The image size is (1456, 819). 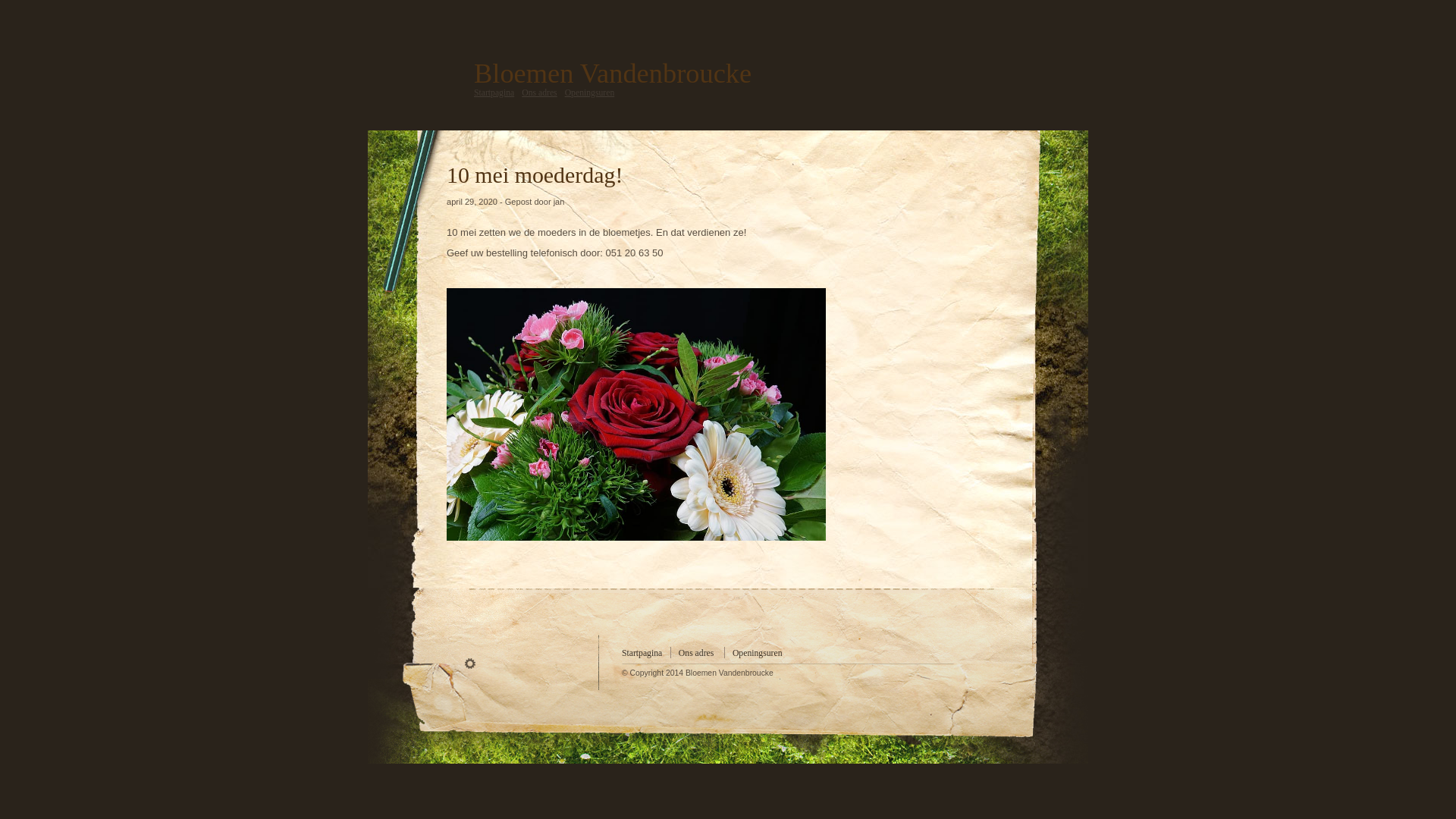 What do you see at coordinates (757, 652) in the screenshot?
I see `'Openingsuren'` at bounding box center [757, 652].